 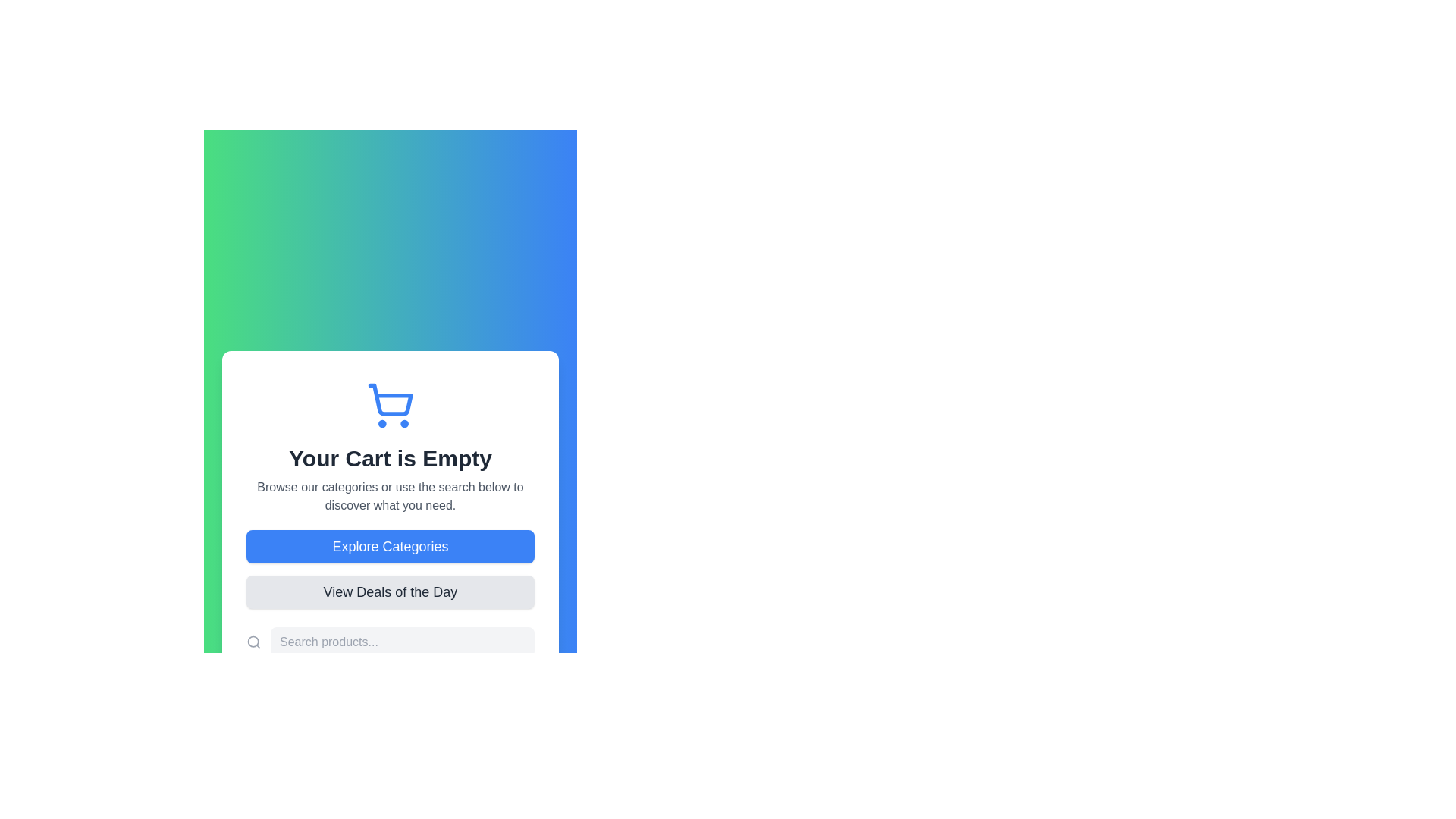 I want to click on the main body of the shopping cart icon located in the upper-middle part of the interface, so click(x=391, y=399).